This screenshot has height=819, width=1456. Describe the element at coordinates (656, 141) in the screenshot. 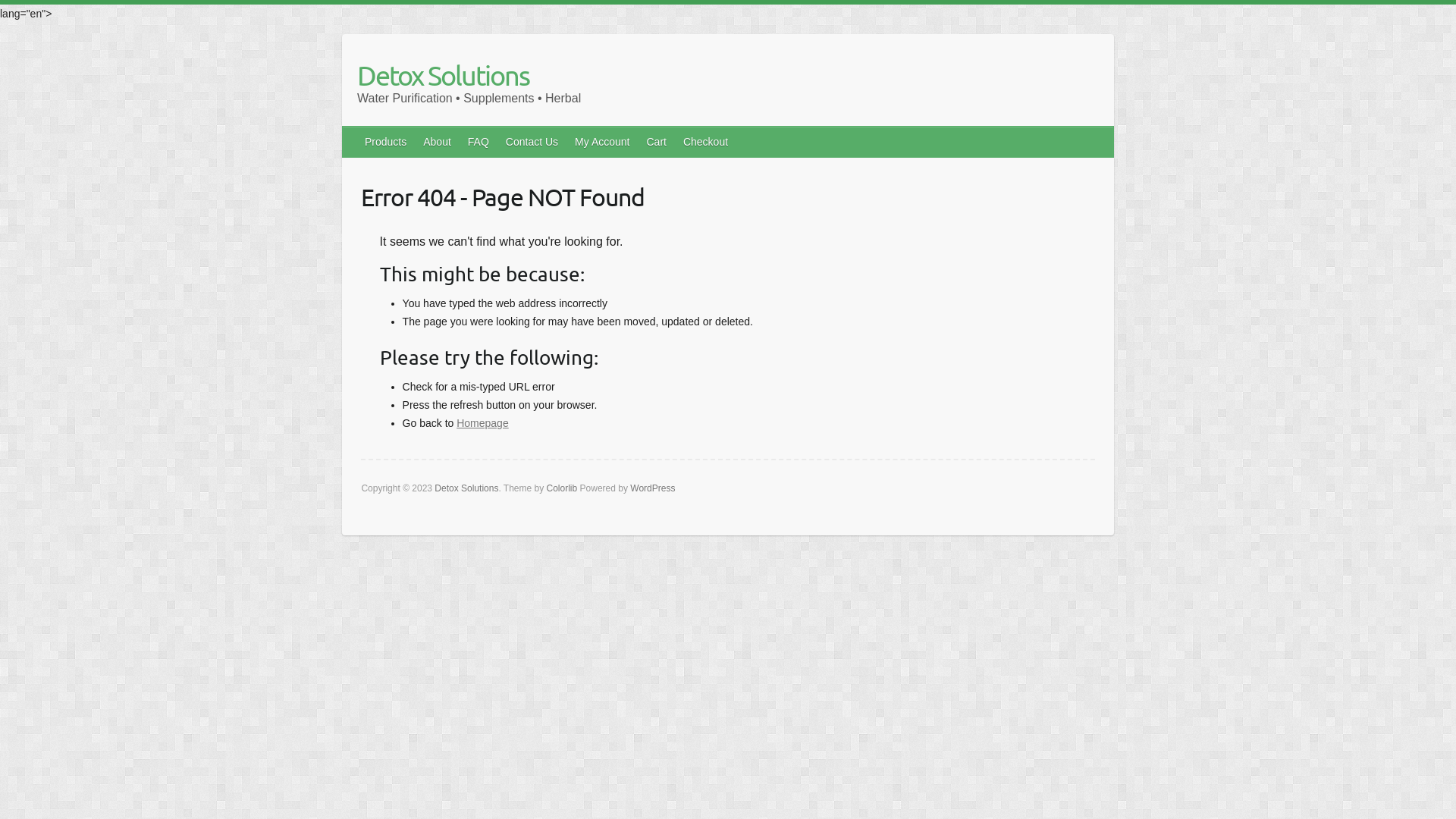

I see `'Cart'` at that location.